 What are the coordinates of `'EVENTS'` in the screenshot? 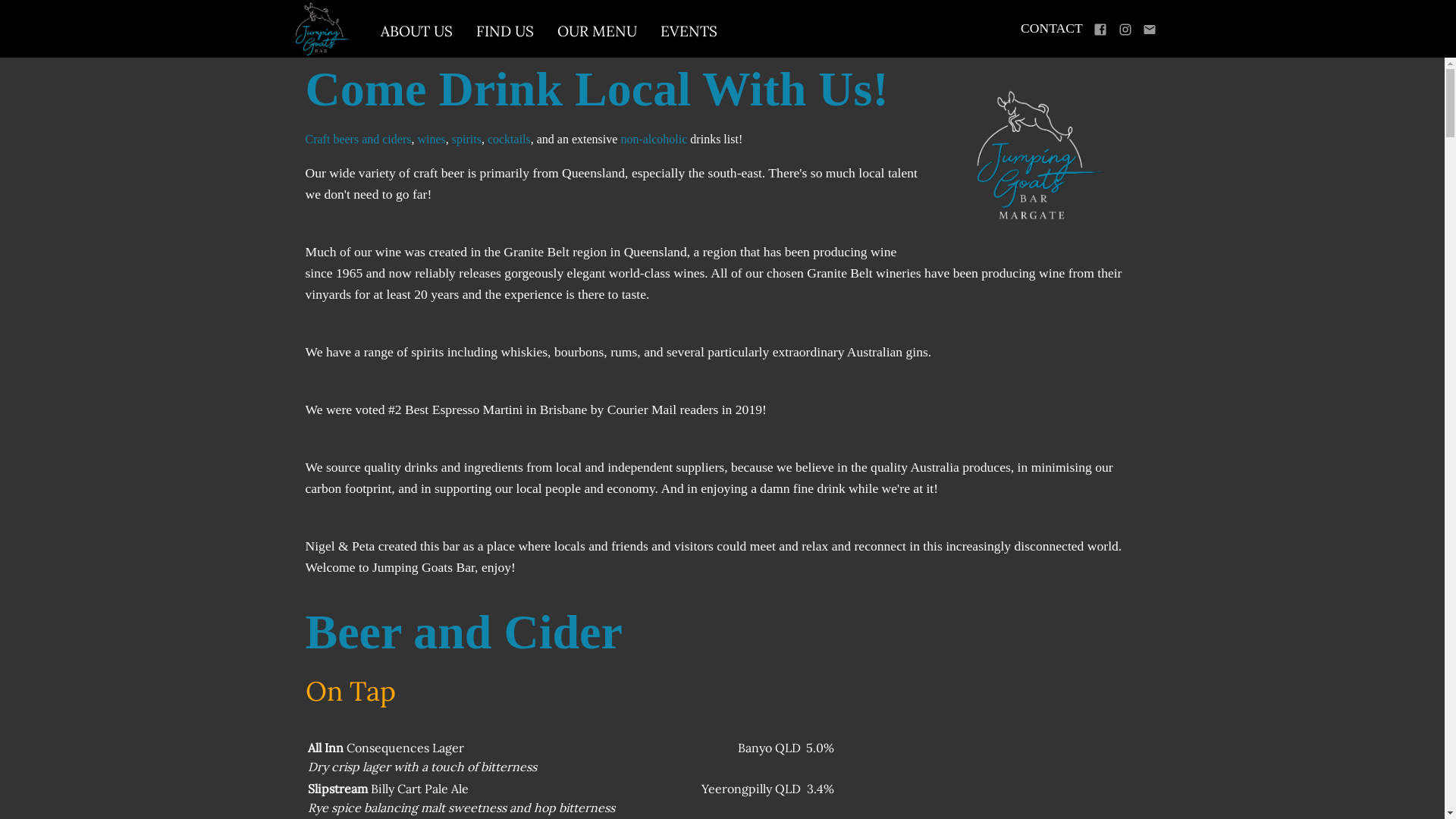 It's located at (688, 31).